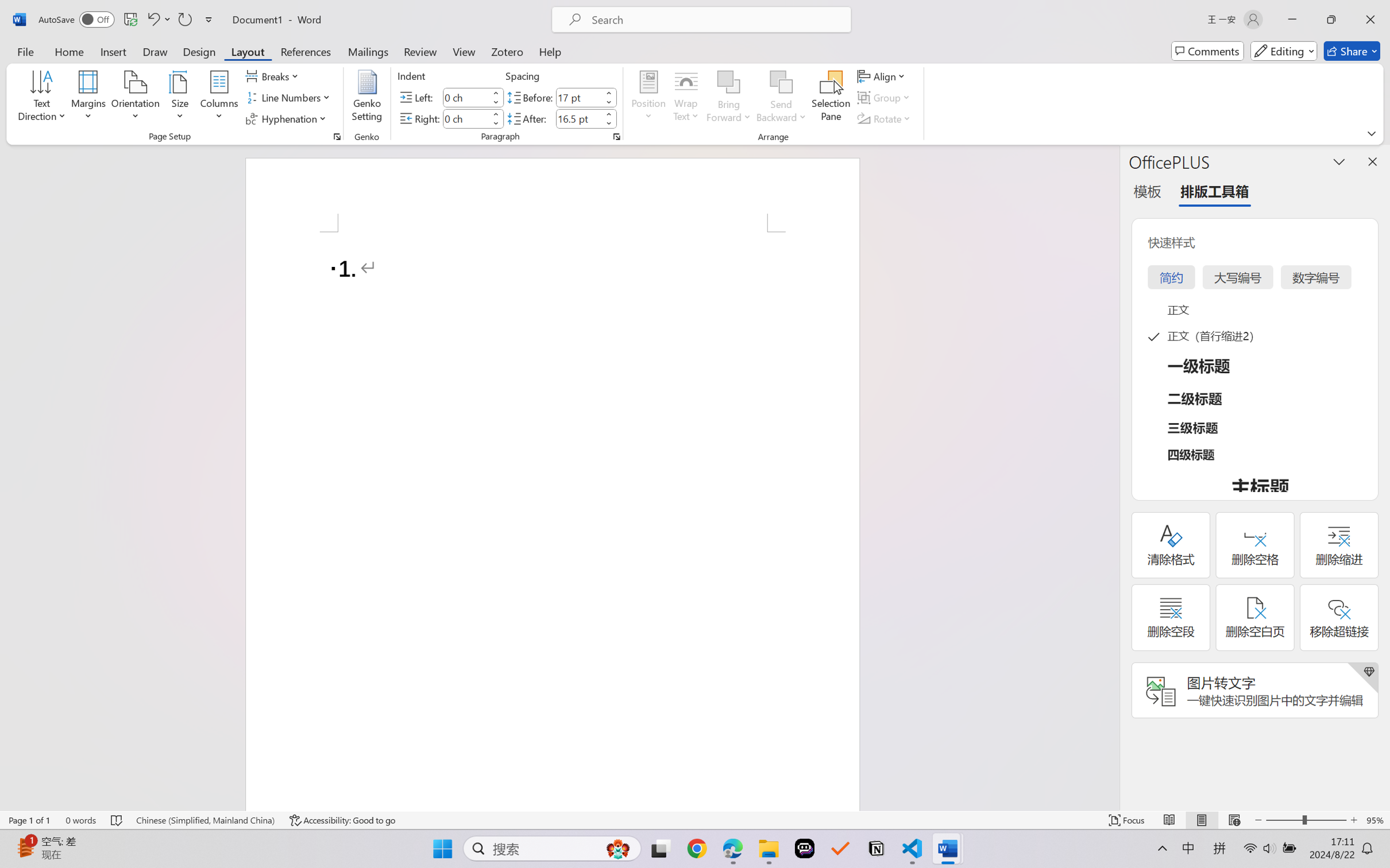 The image size is (1390, 868). Describe the element at coordinates (135, 98) in the screenshot. I see `'Orientation'` at that location.